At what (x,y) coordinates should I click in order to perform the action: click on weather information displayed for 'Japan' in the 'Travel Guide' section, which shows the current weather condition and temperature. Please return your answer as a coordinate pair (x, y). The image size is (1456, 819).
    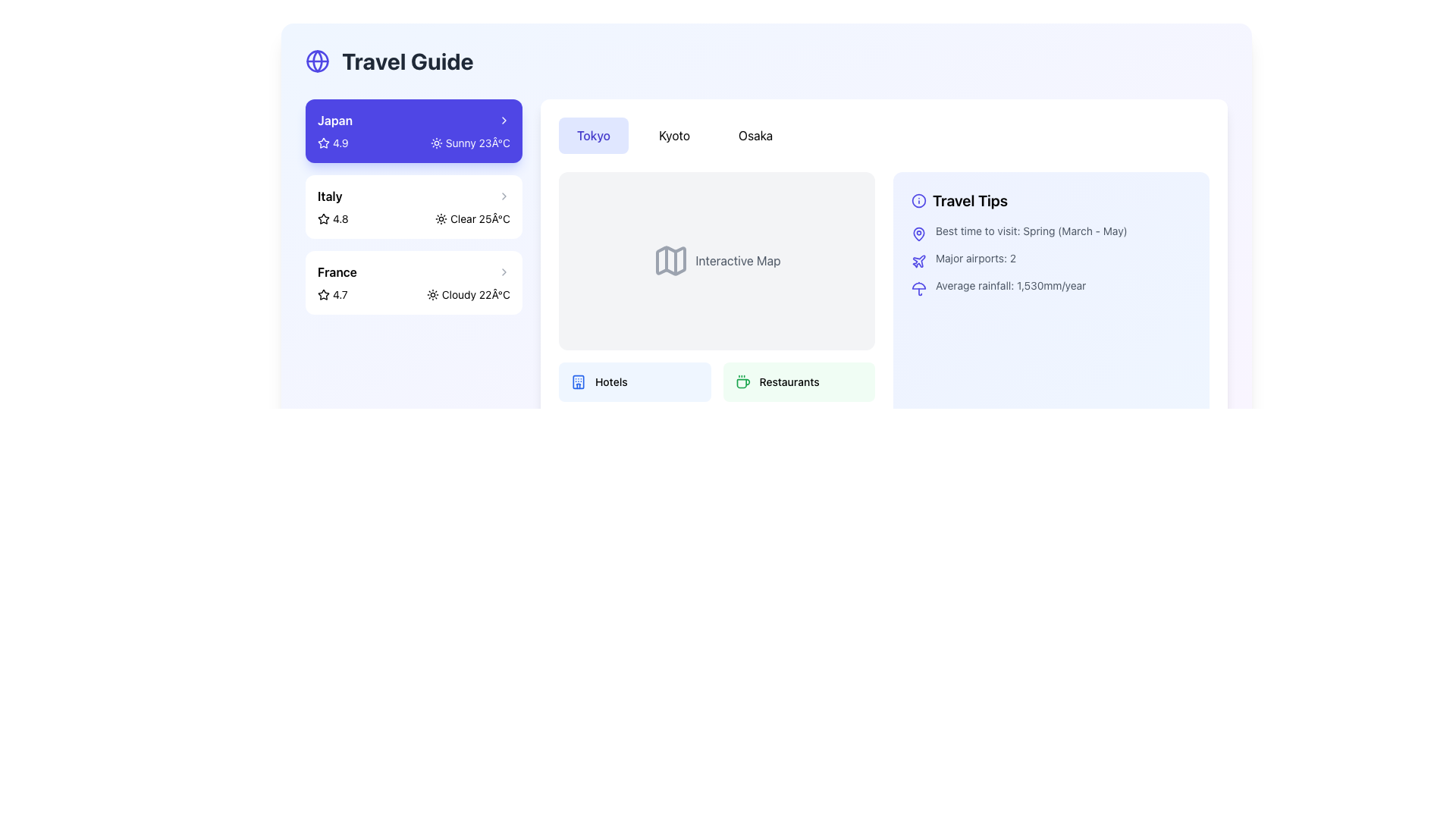
    Looking at the image, I should click on (469, 143).